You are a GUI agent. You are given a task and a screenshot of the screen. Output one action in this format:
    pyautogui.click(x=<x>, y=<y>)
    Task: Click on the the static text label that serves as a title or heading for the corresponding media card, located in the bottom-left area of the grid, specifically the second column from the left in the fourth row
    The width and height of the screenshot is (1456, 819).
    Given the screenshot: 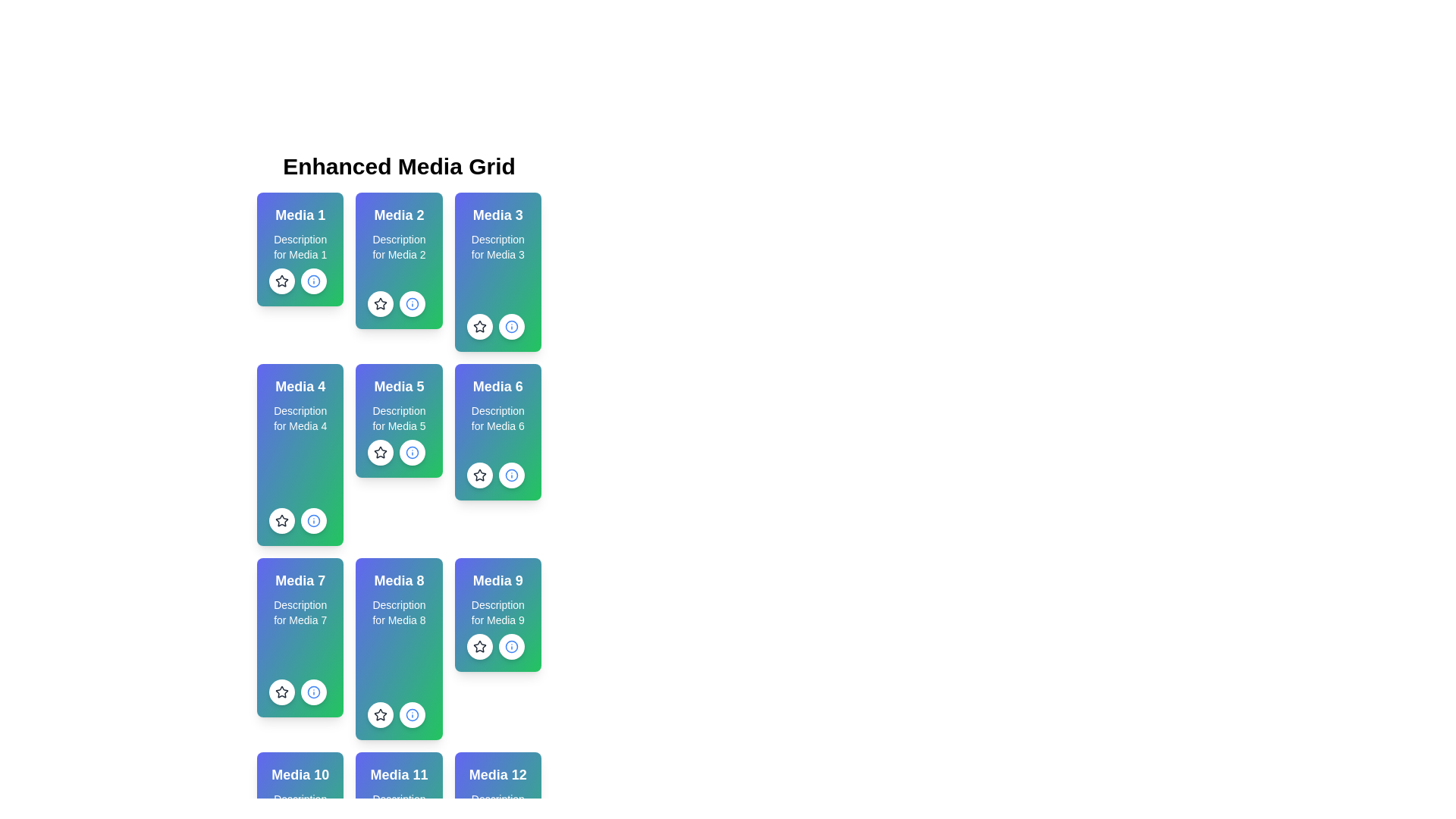 What is the action you would take?
    pyautogui.click(x=399, y=775)
    